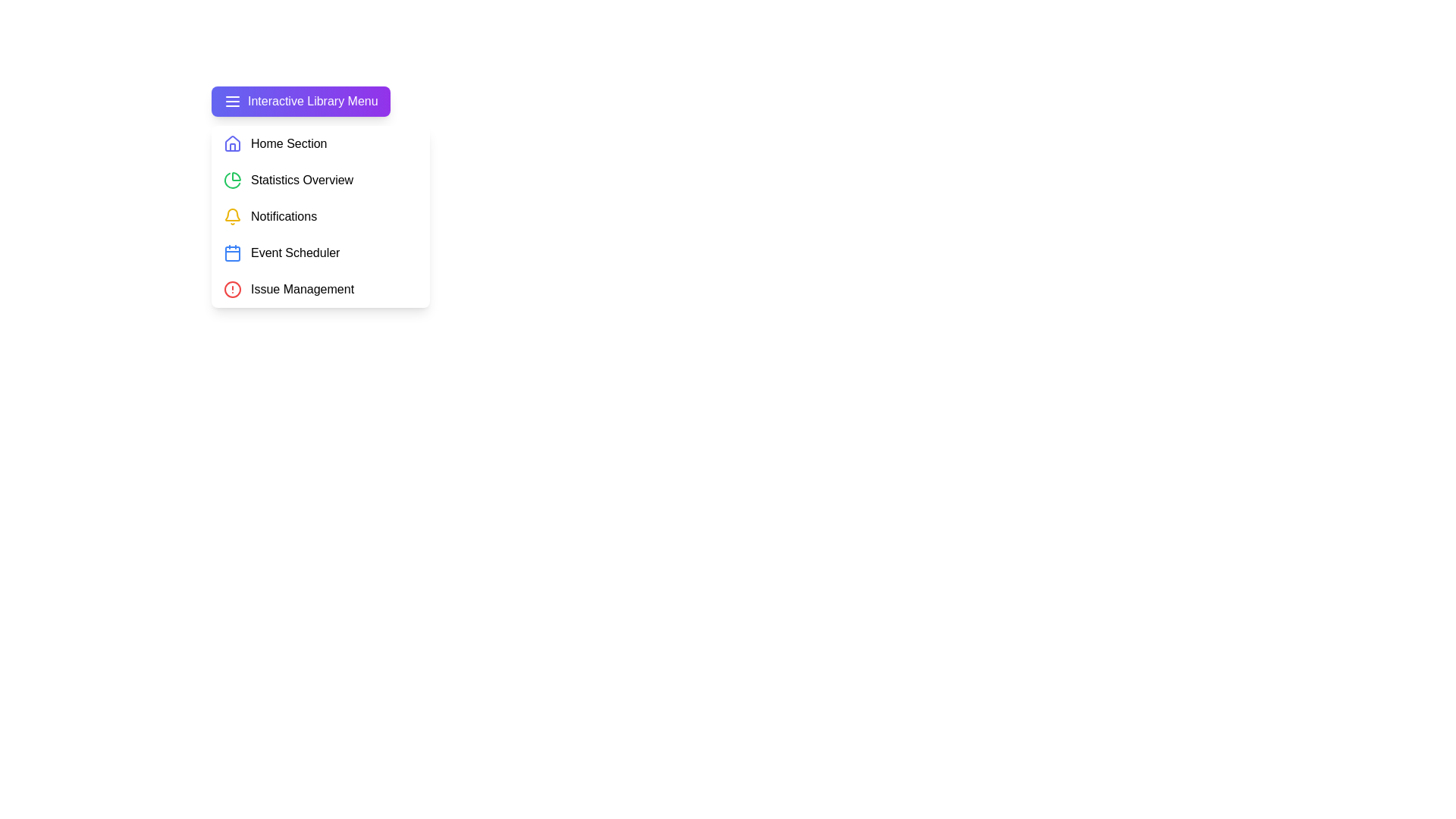 The height and width of the screenshot is (819, 1456). What do you see at coordinates (319, 180) in the screenshot?
I see `the menu item Statistics Overview` at bounding box center [319, 180].